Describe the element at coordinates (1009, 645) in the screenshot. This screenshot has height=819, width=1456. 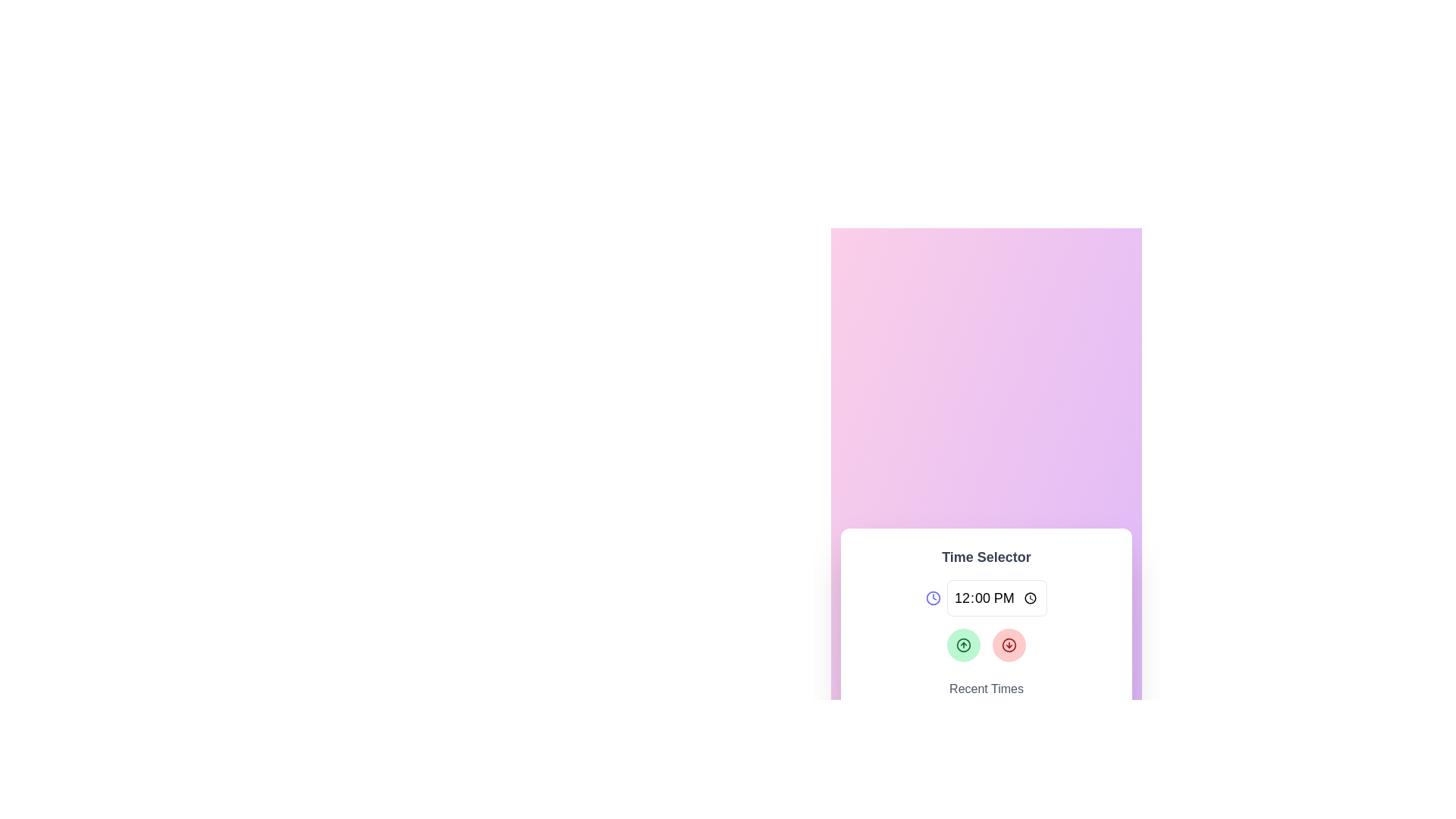
I see `the second button in the horizontal layout of two circular buttons, which serves as a decrement control to reduce the numeric or time value displayed above it` at that location.